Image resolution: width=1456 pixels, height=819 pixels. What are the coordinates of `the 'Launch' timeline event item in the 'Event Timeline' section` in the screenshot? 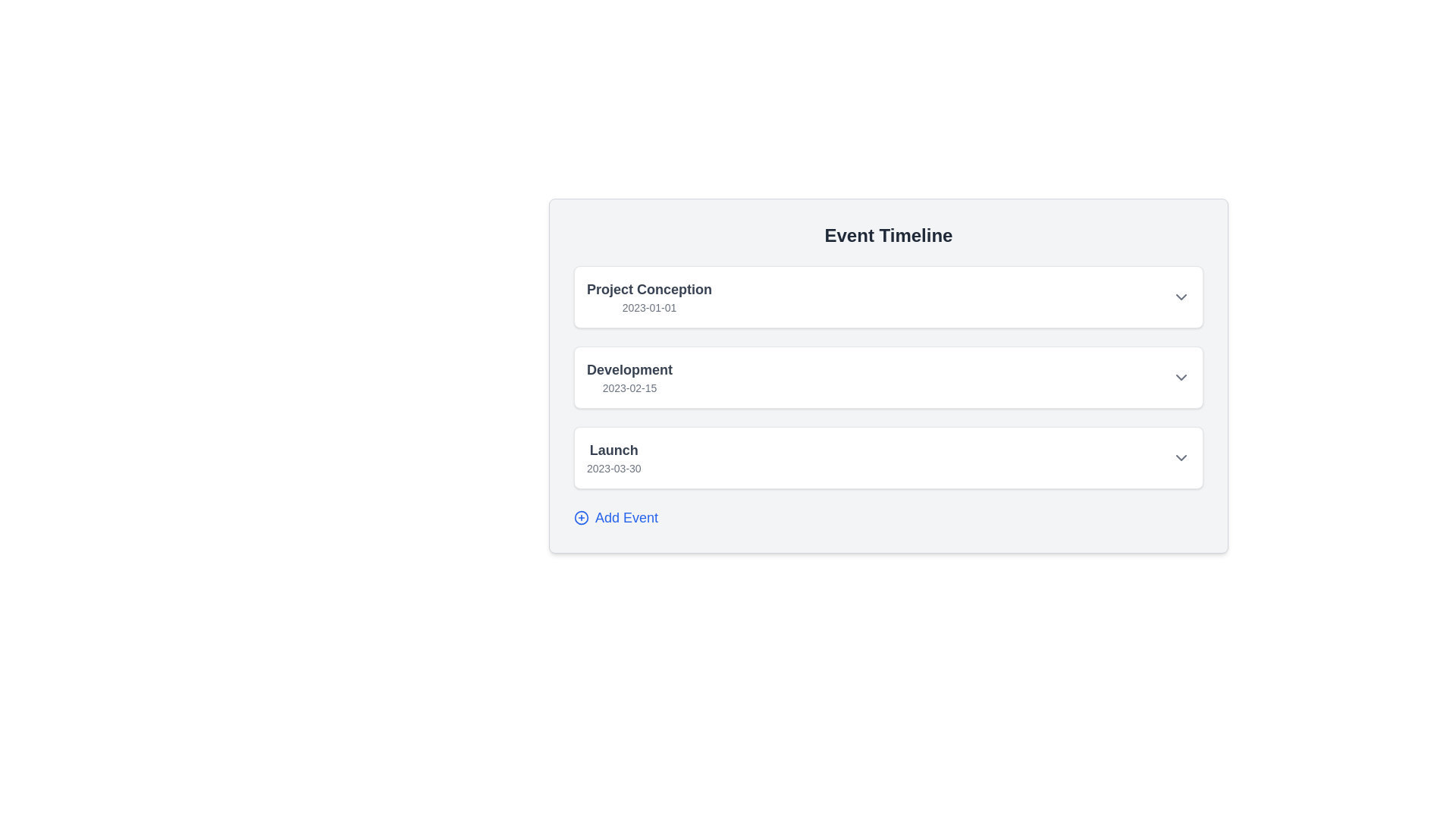 It's located at (888, 457).